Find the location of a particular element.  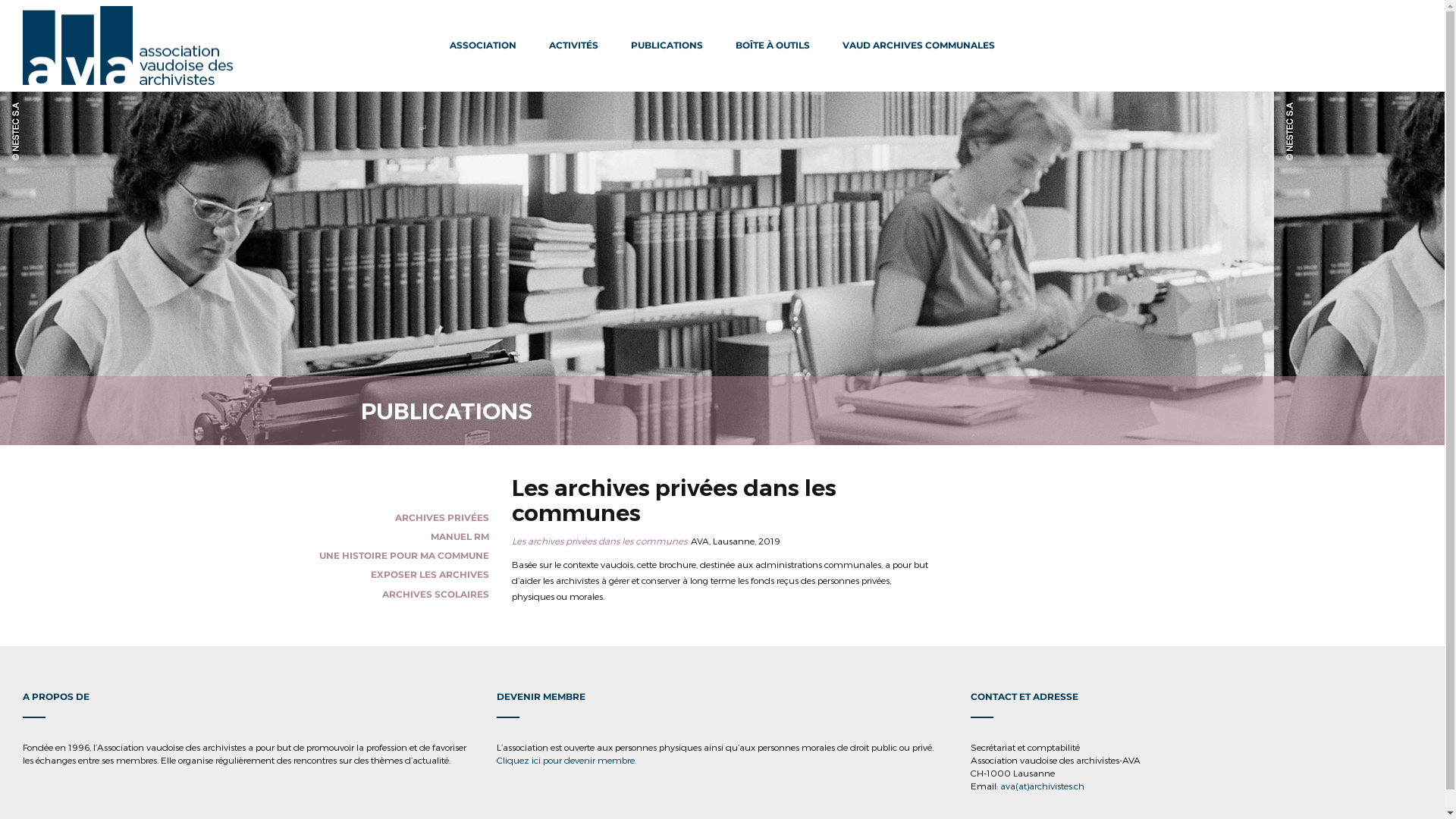

'VAUD ARCHIVES COMMUNALES' is located at coordinates (918, 45).